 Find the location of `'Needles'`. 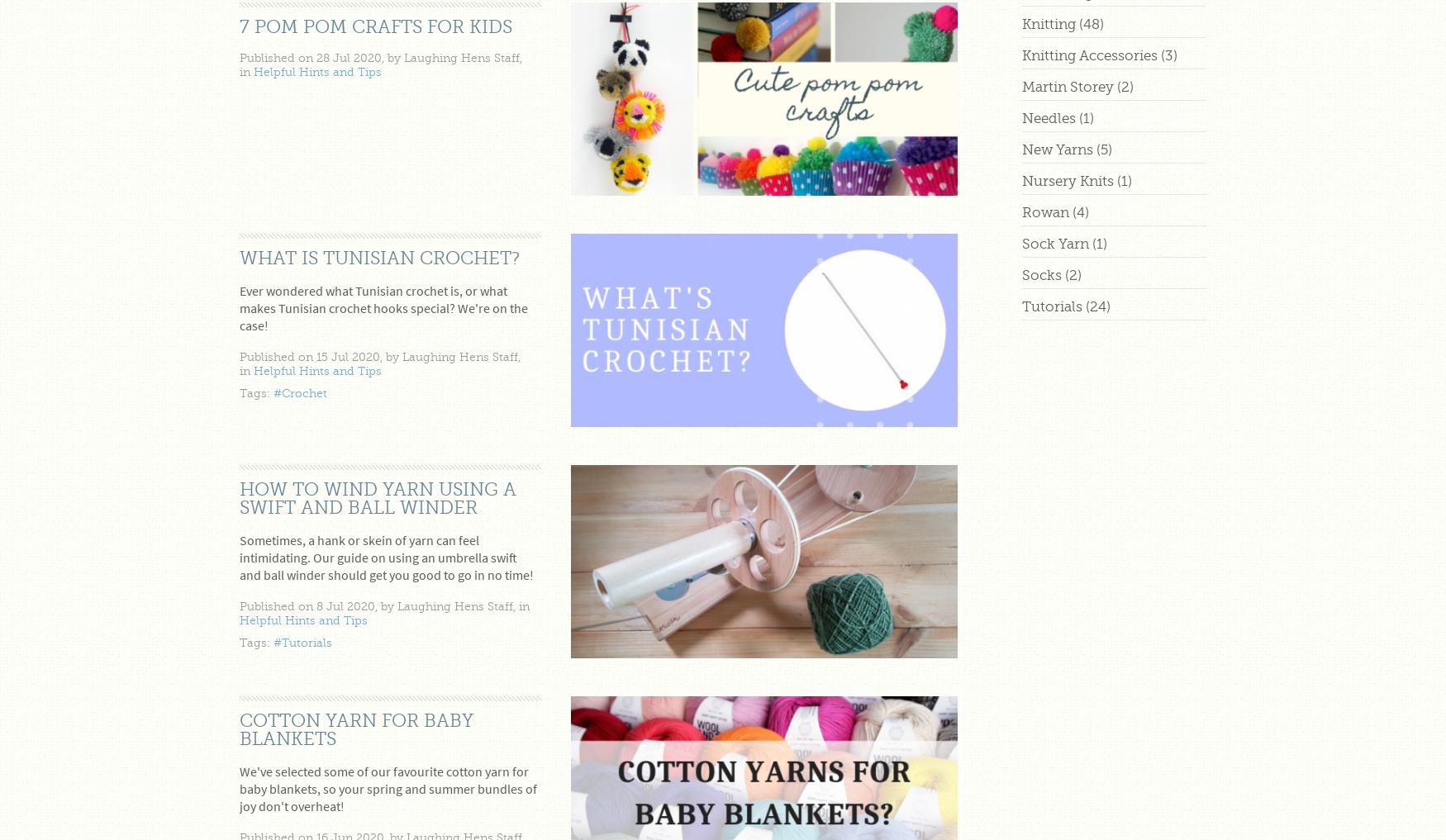

'Needles' is located at coordinates (1048, 117).